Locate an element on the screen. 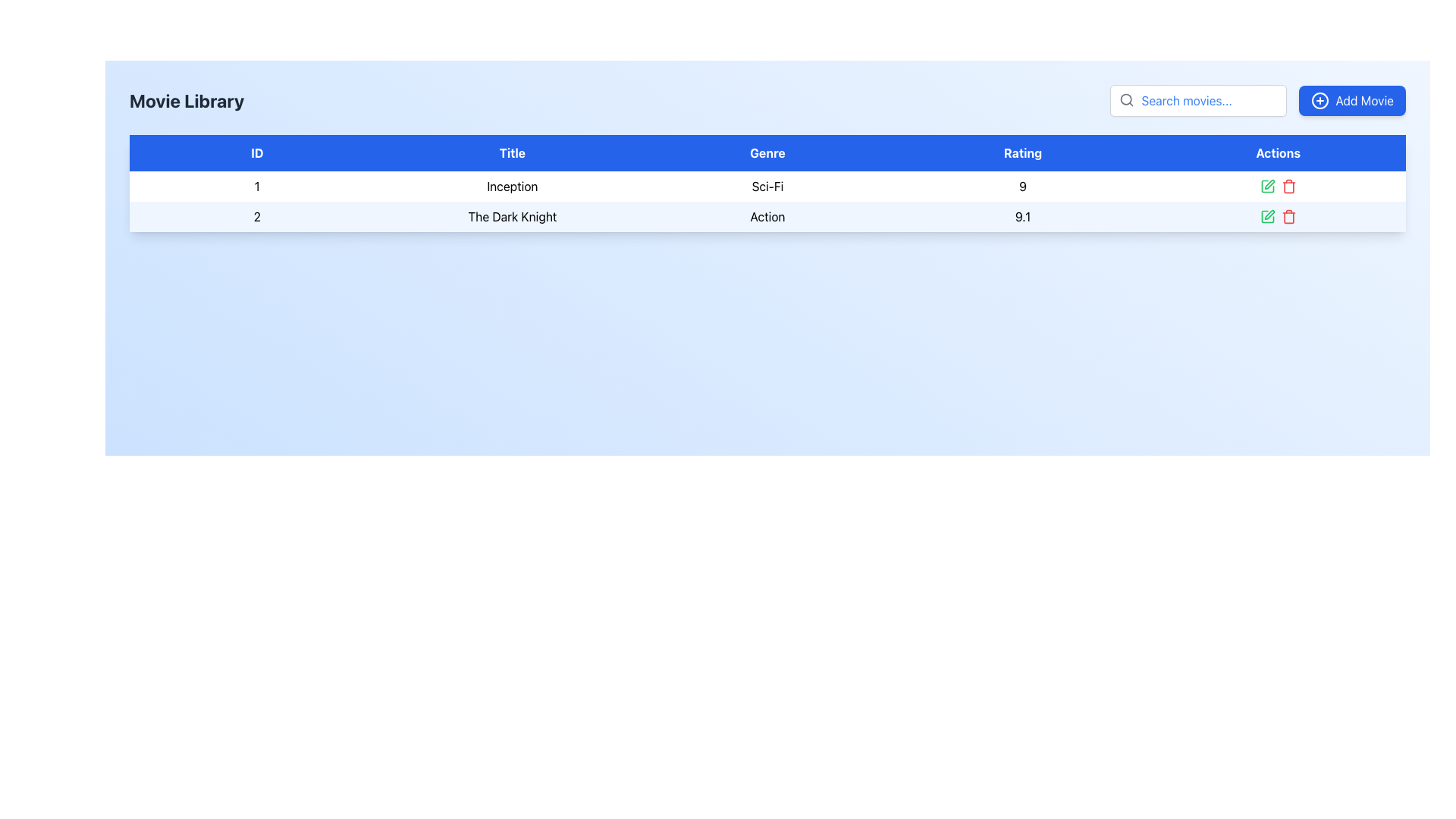 This screenshot has width=1456, height=819. the group of action buttons is located at coordinates (1276, 186).